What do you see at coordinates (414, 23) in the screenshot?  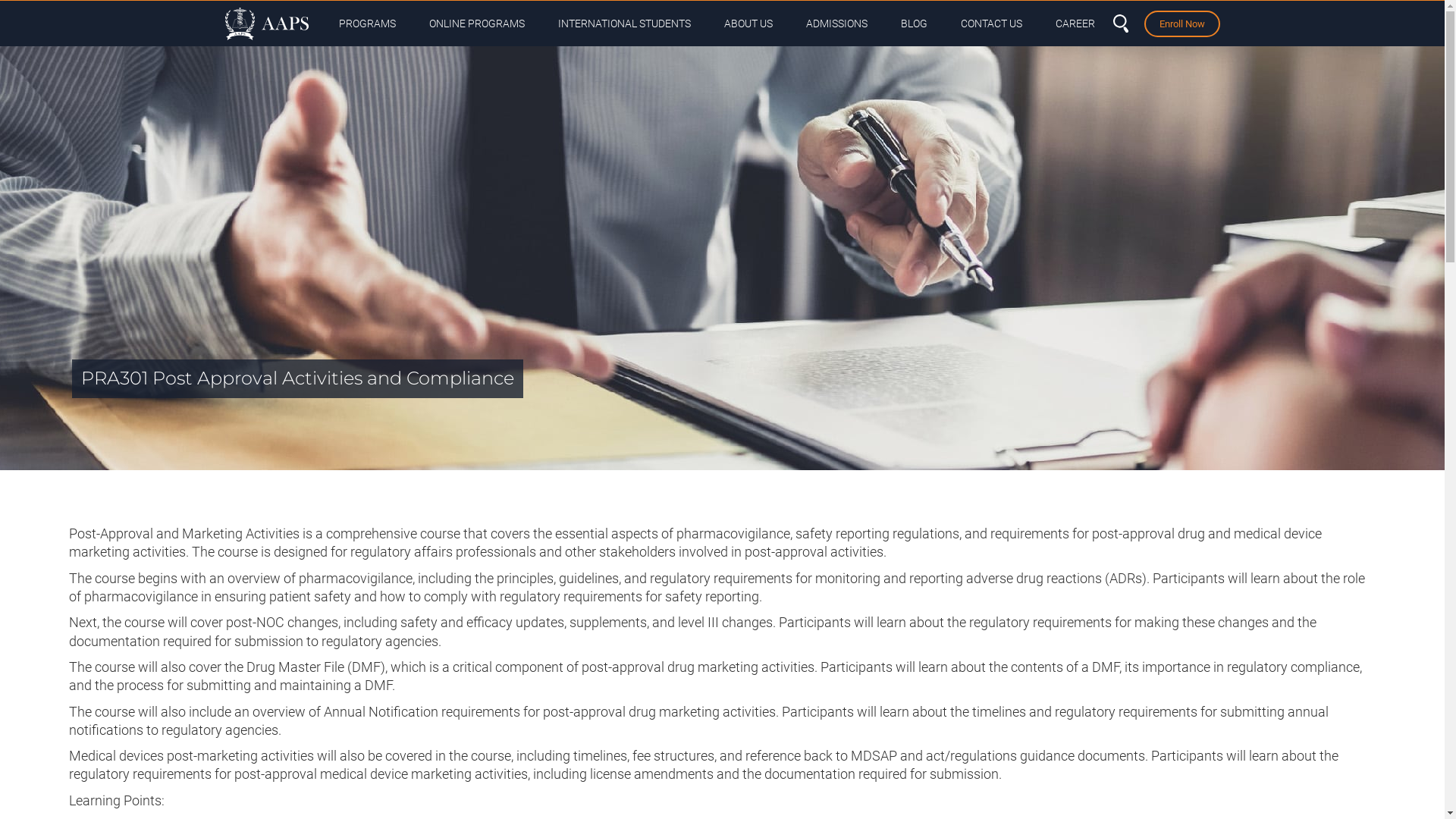 I see `'ONLINE PROGRAMS'` at bounding box center [414, 23].